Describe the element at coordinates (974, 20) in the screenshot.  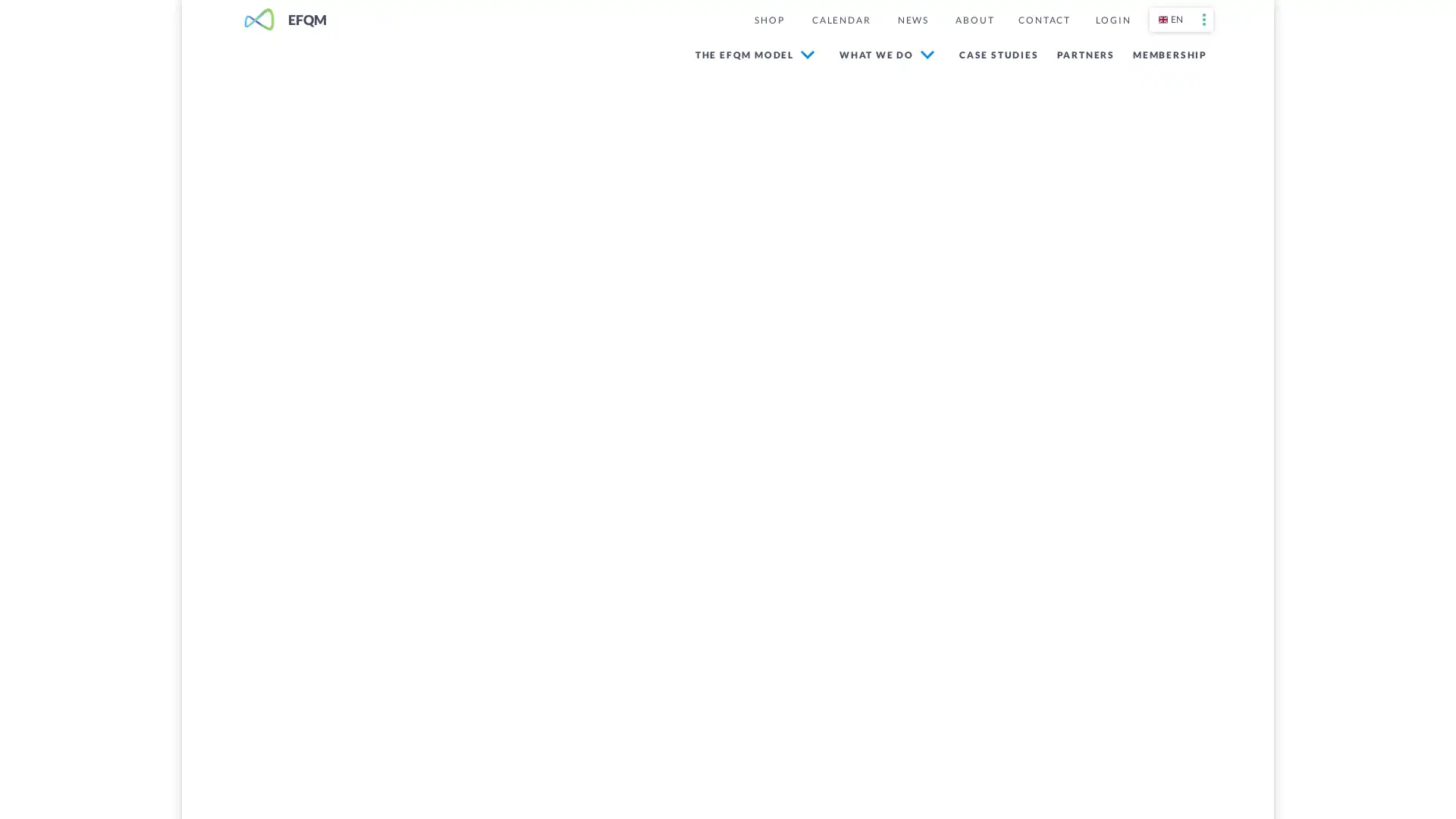
I see `ABOUT` at that location.